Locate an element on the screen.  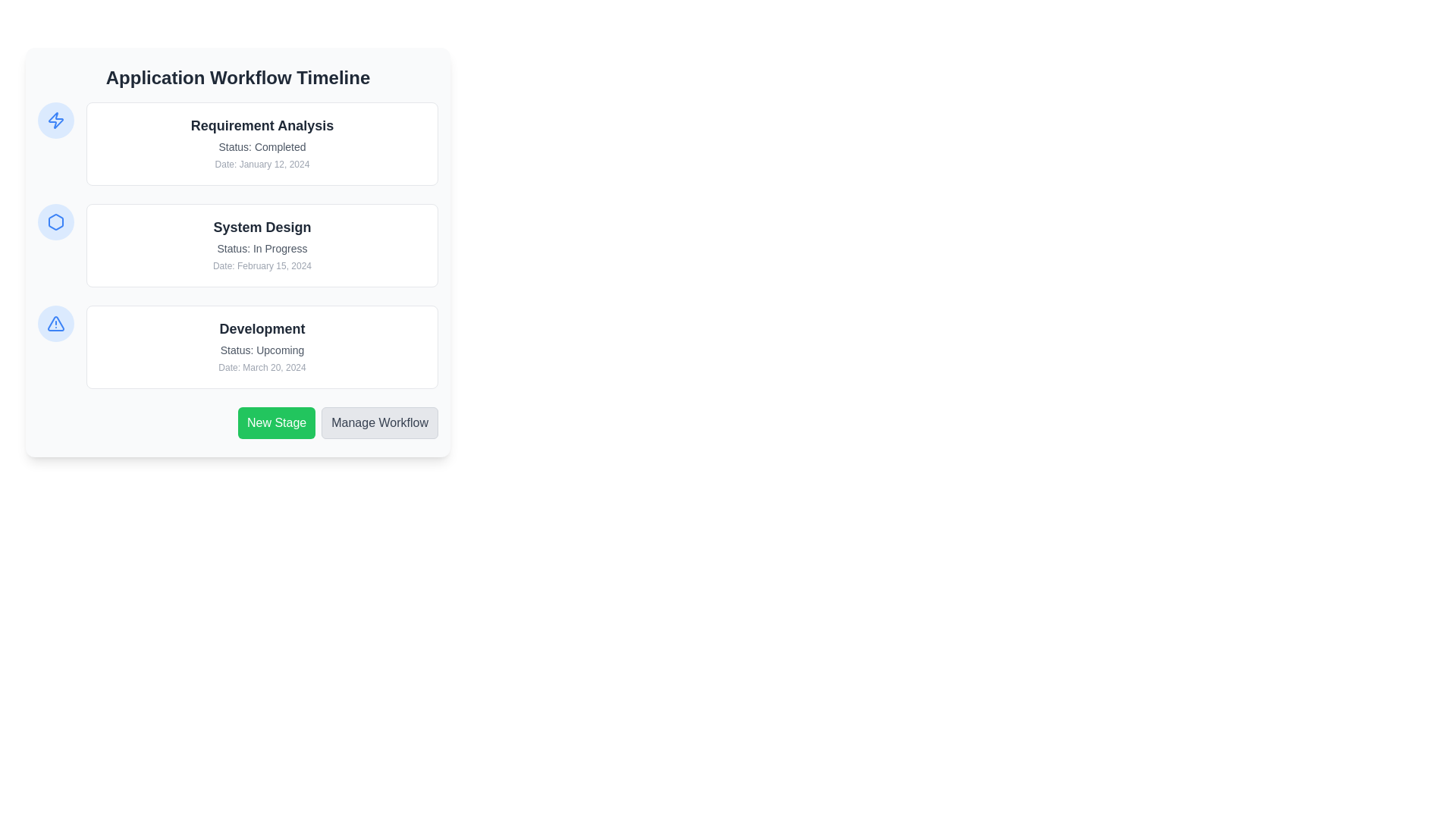
the static text label displaying 'Date: February 15, 2024', located beneath 'Status: In Progress' in the 'System Design' section of the workflow timeline is located at coordinates (262, 265).